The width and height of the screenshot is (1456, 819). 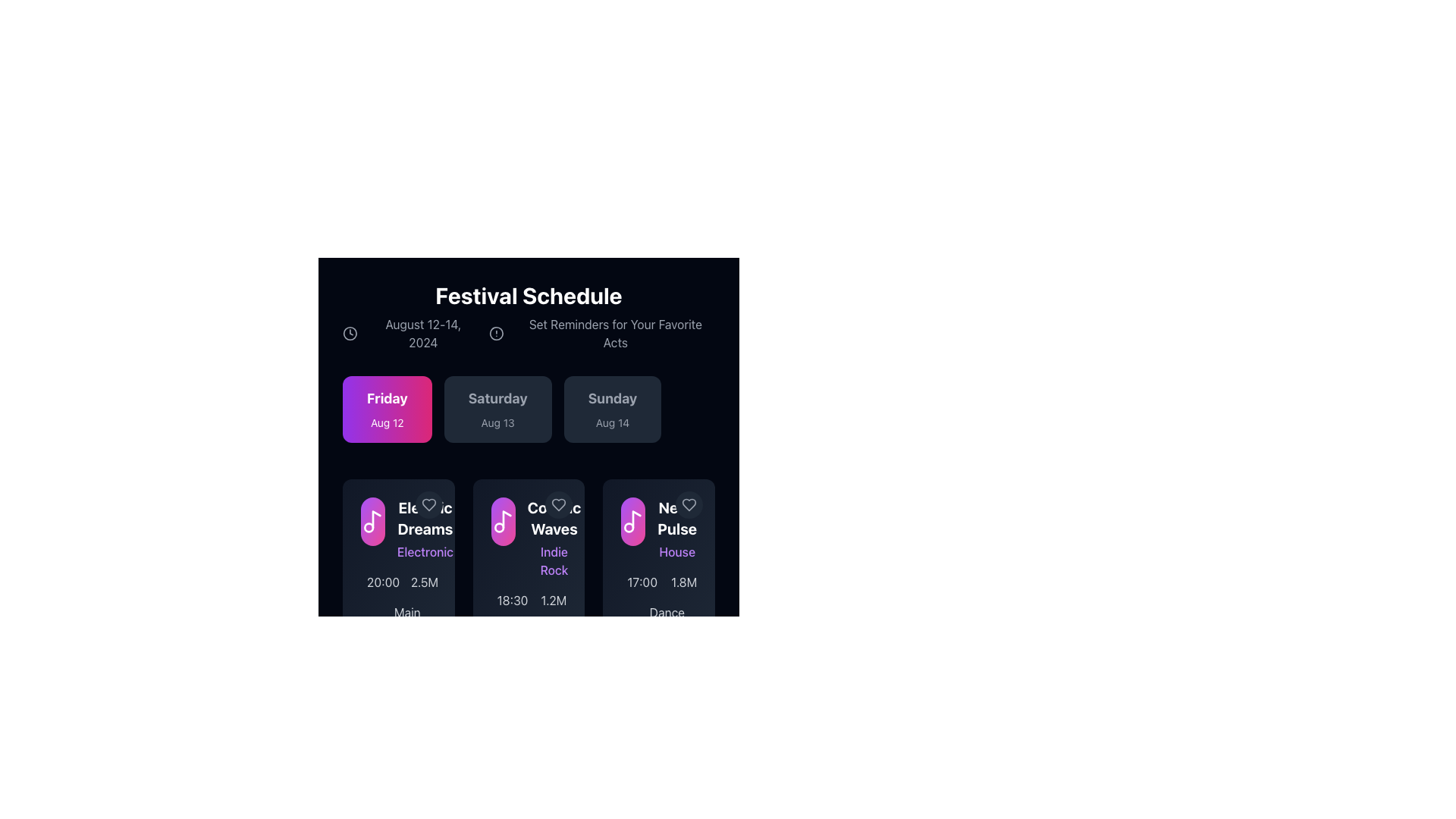 What do you see at coordinates (688, 505) in the screenshot?
I see `the small circular button with a heart icon in the upper-right corner of the 'Neon Pulse' music event card to mark it as favorite` at bounding box center [688, 505].